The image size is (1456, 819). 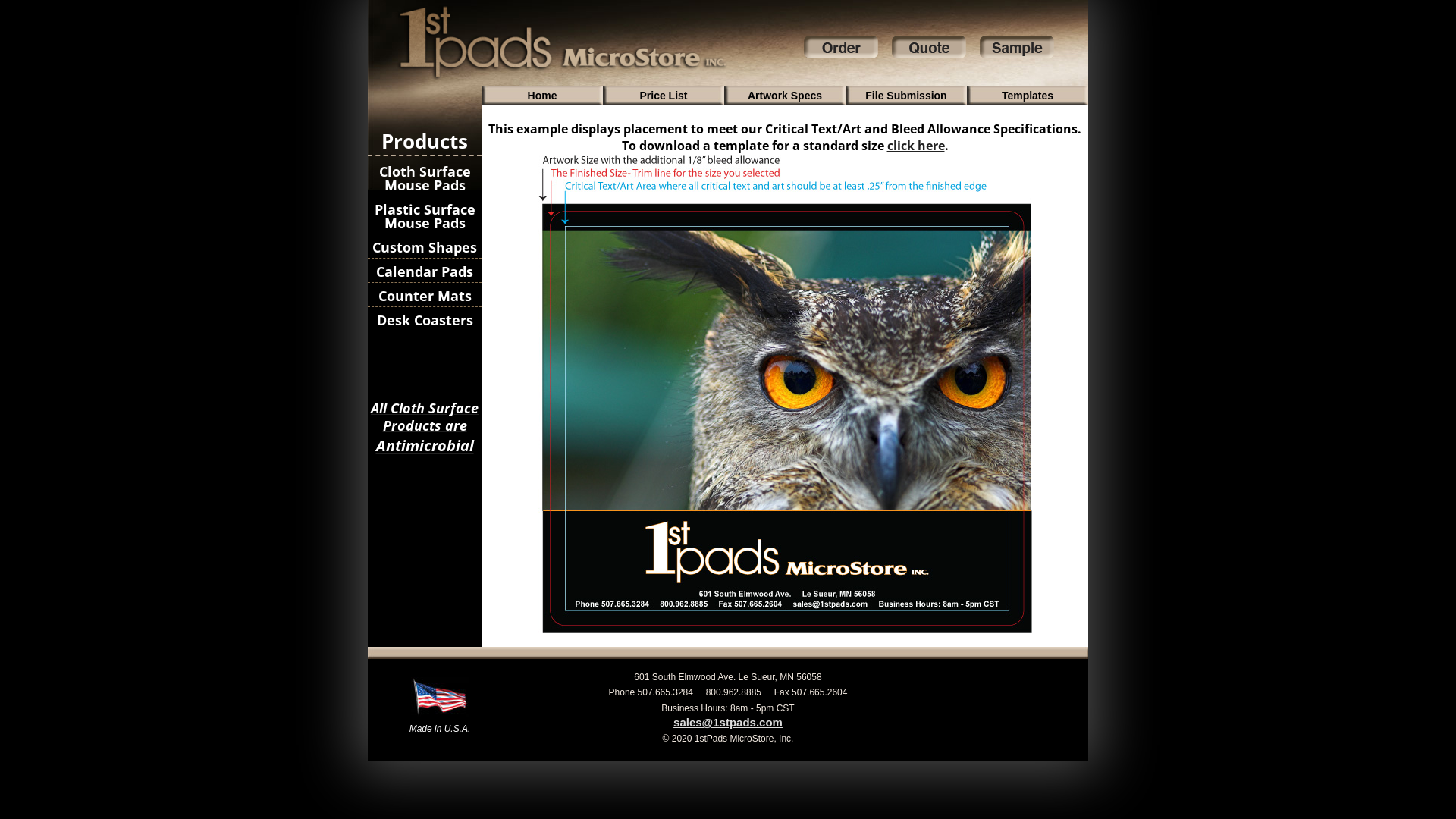 I want to click on 'click here', so click(x=915, y=146).